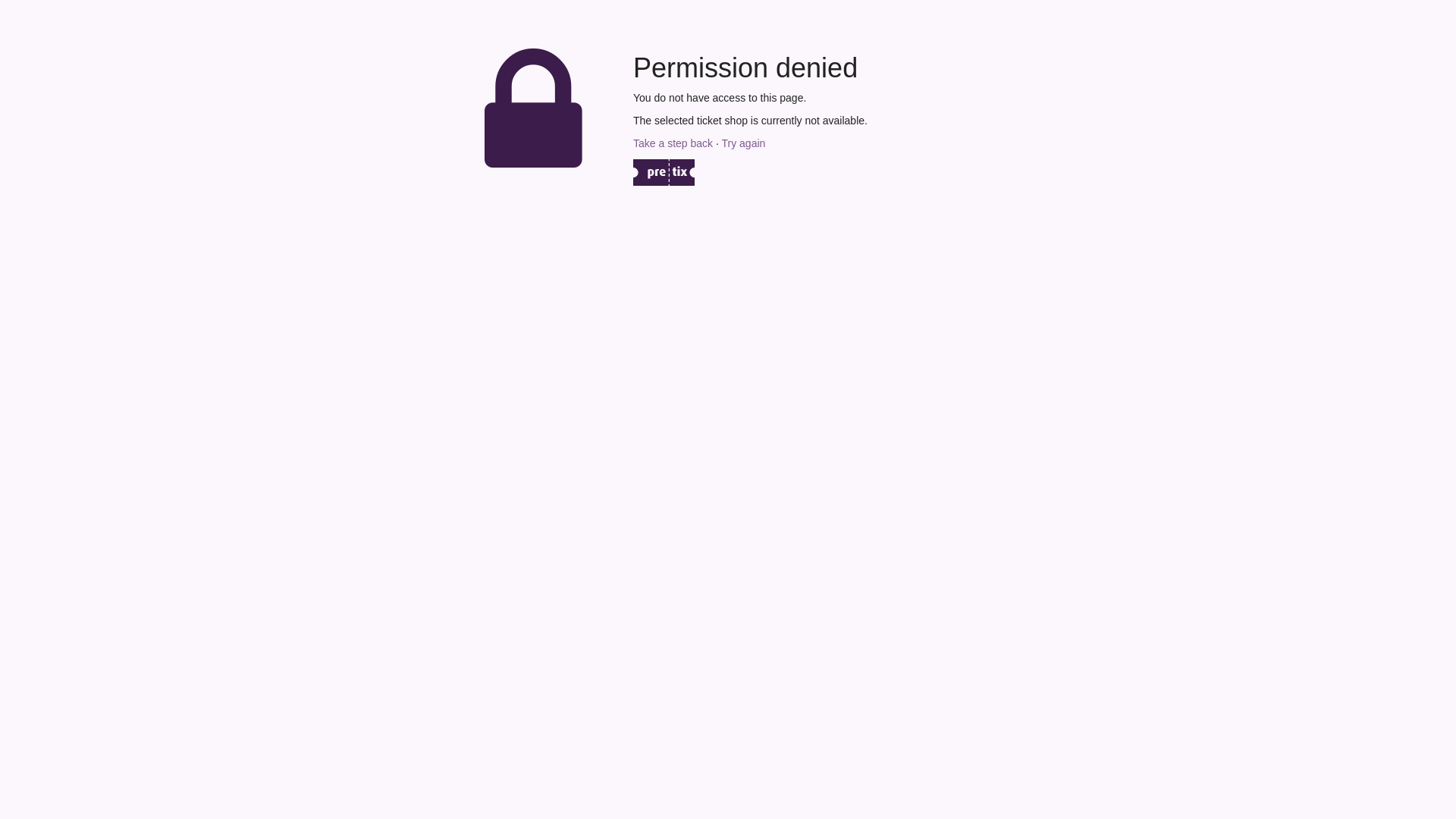 This screenshot has height=819, width=1456. I want to click on 'Take a step back', so click(672, 143).